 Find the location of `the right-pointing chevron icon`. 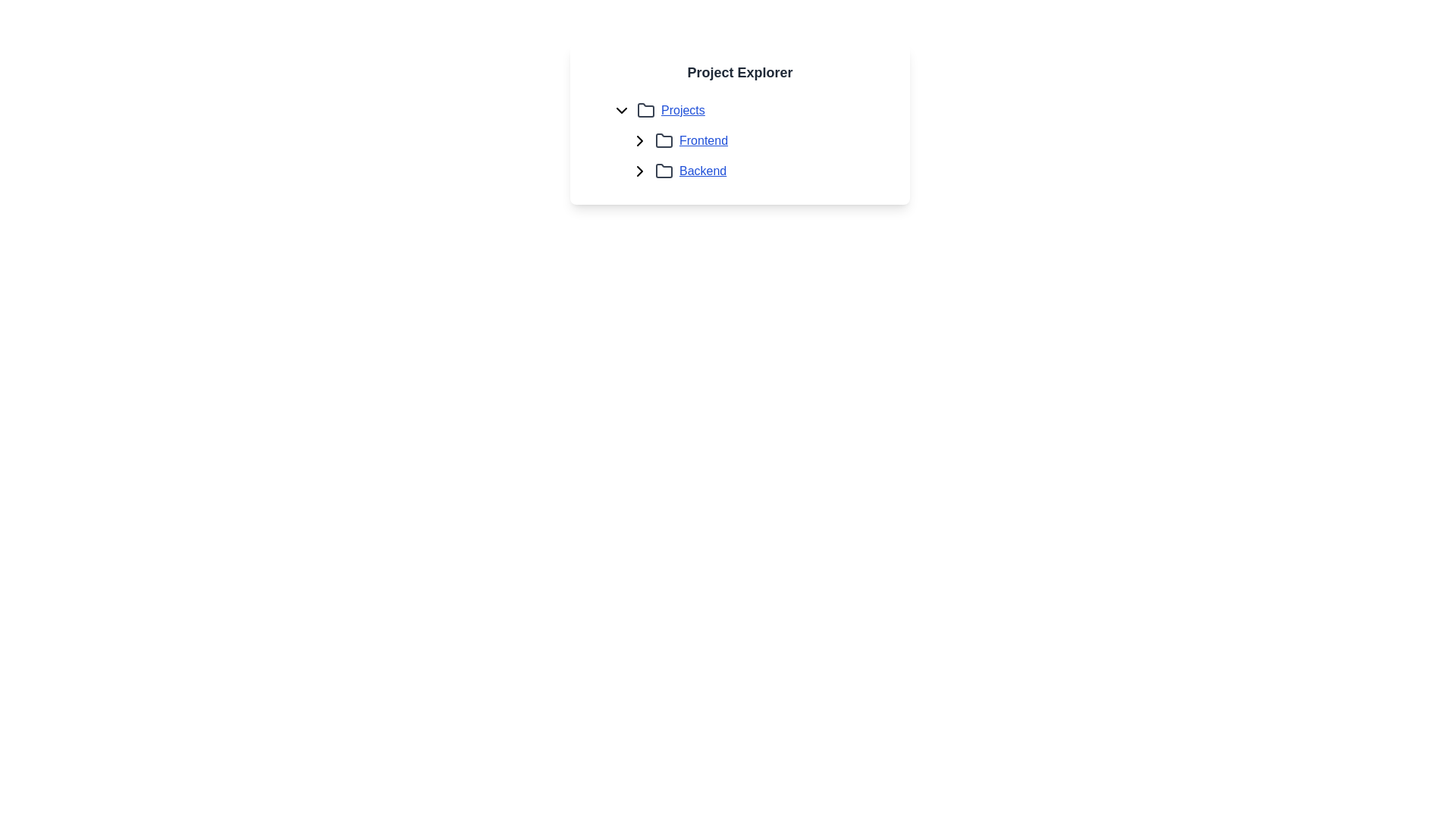

the right-pointing chevron icon is located at coordinates (640, 171).